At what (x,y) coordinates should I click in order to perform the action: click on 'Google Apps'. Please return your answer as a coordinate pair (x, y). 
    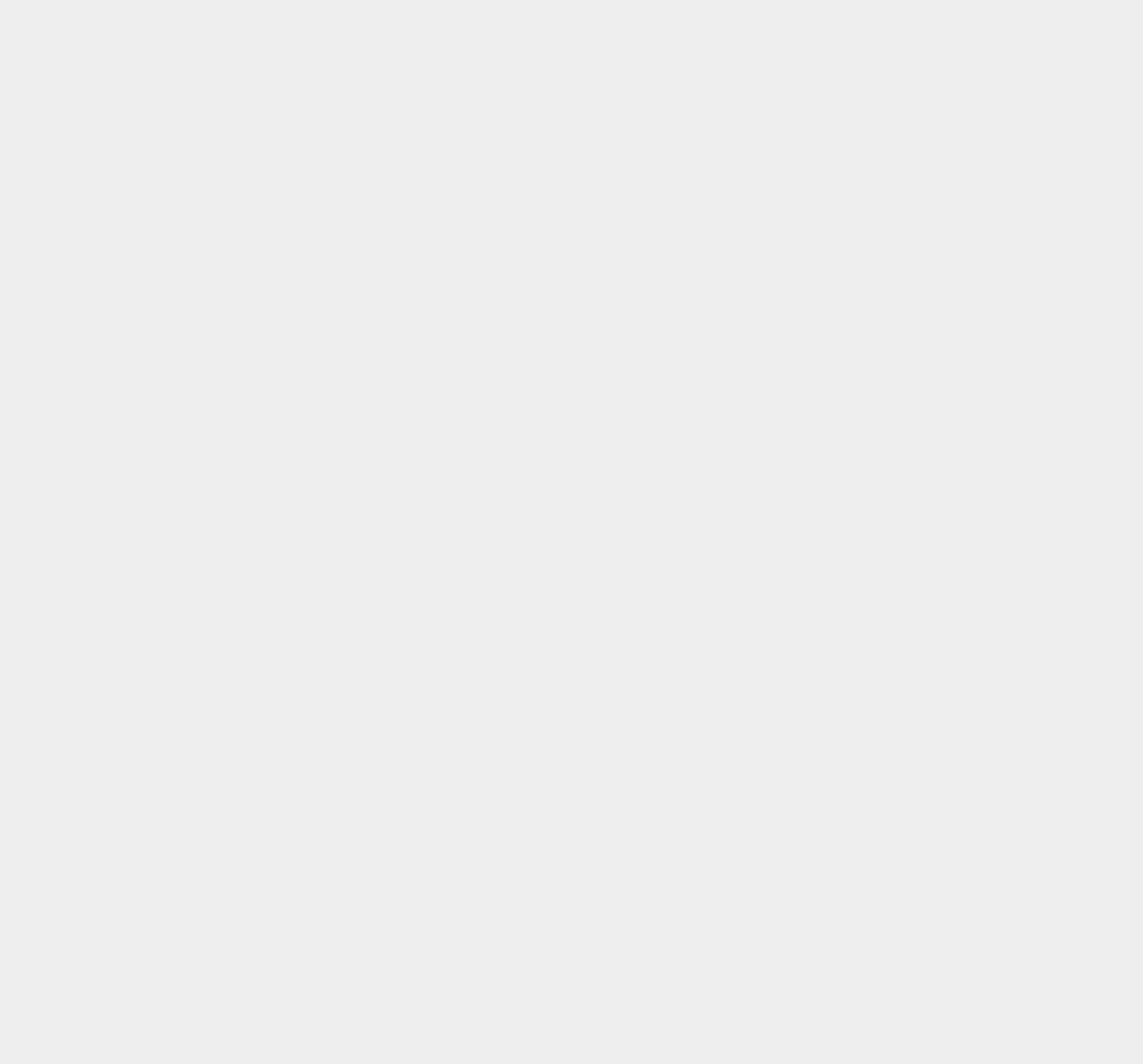
    Looking at the image, I should click on (846, 857).